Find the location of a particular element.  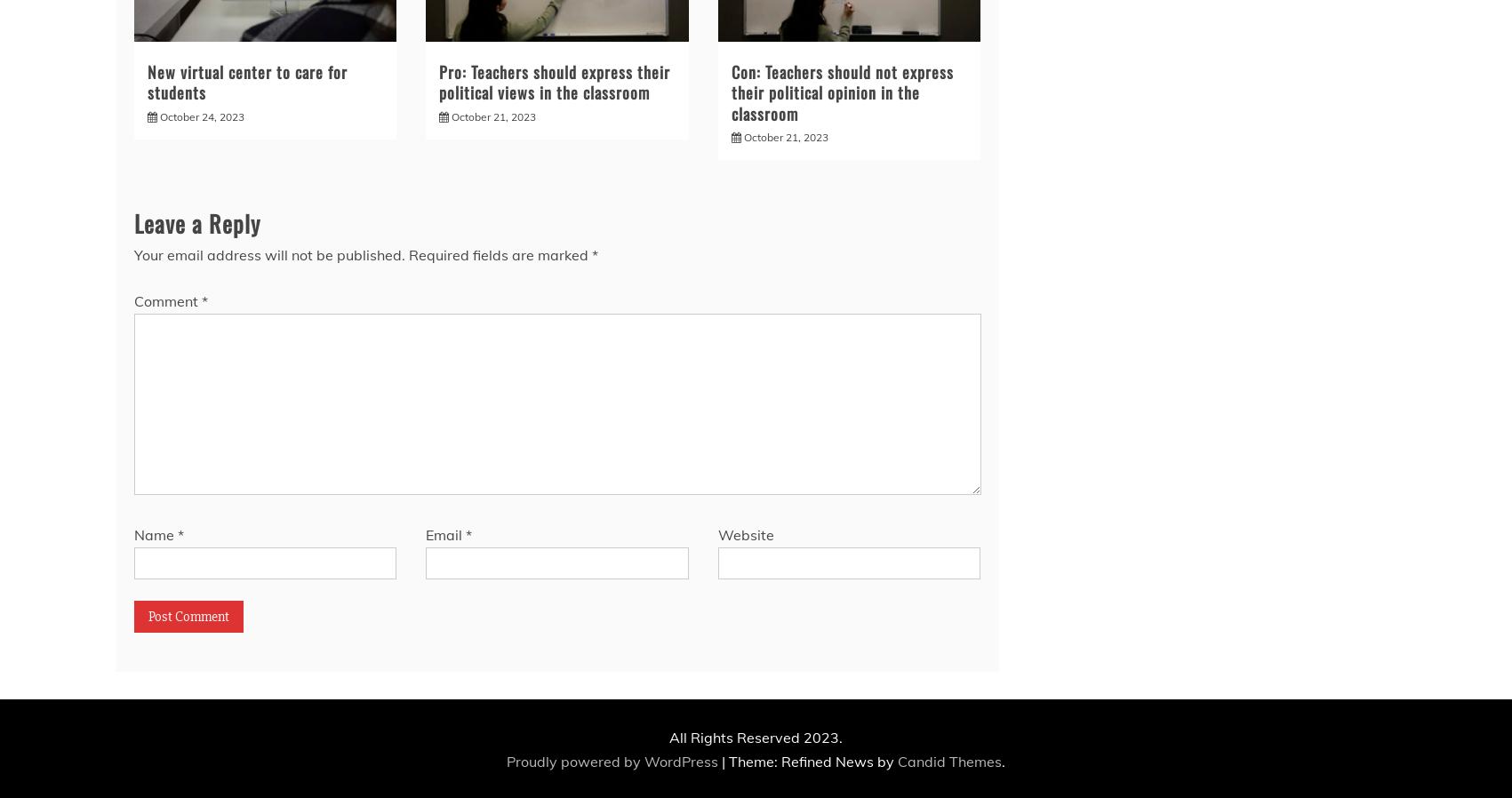

'Your email address will not be published.' is located at coordinates (268, 255).